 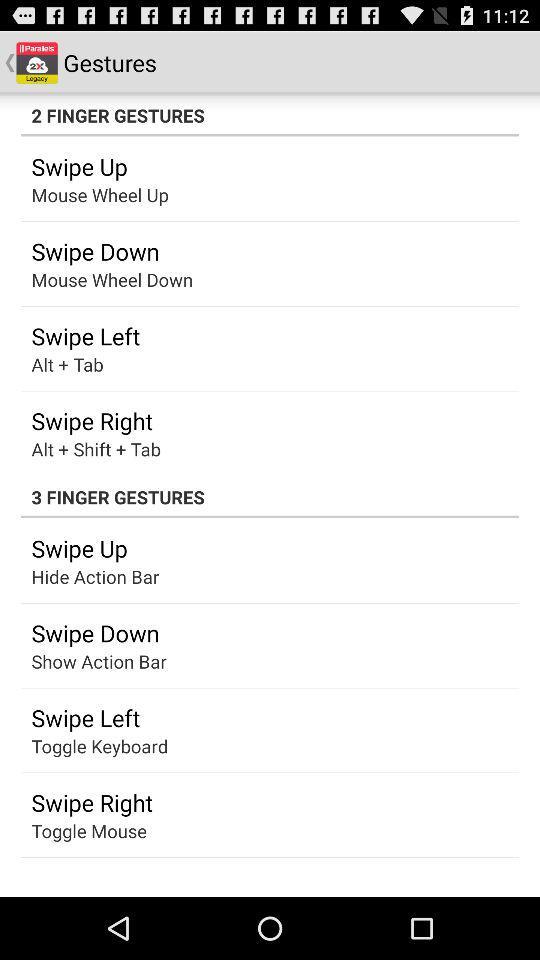 I want to click on the icon below the swipe down item, so click(x=79, y=661).